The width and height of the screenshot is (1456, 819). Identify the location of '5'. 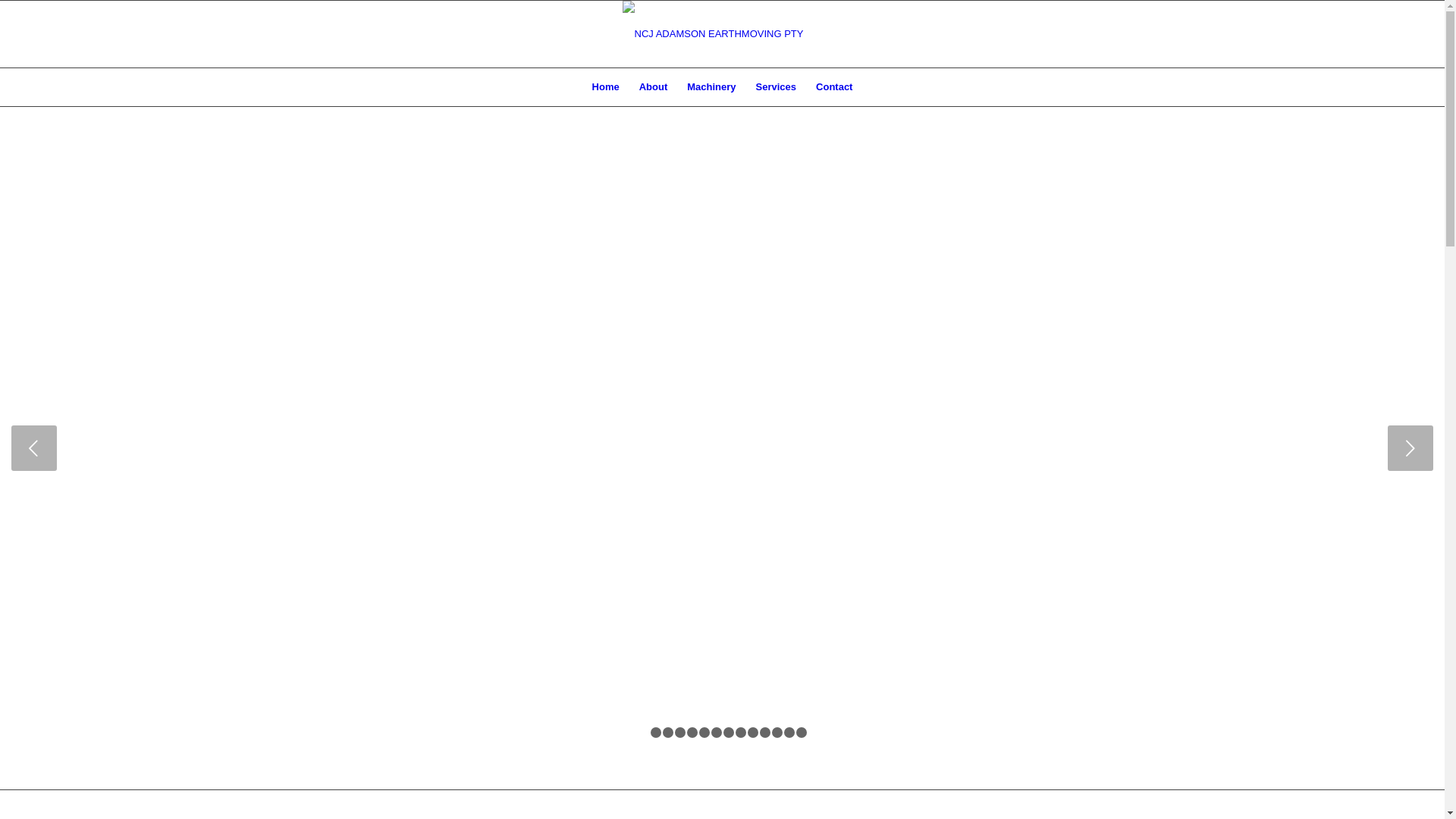
(691, 731).